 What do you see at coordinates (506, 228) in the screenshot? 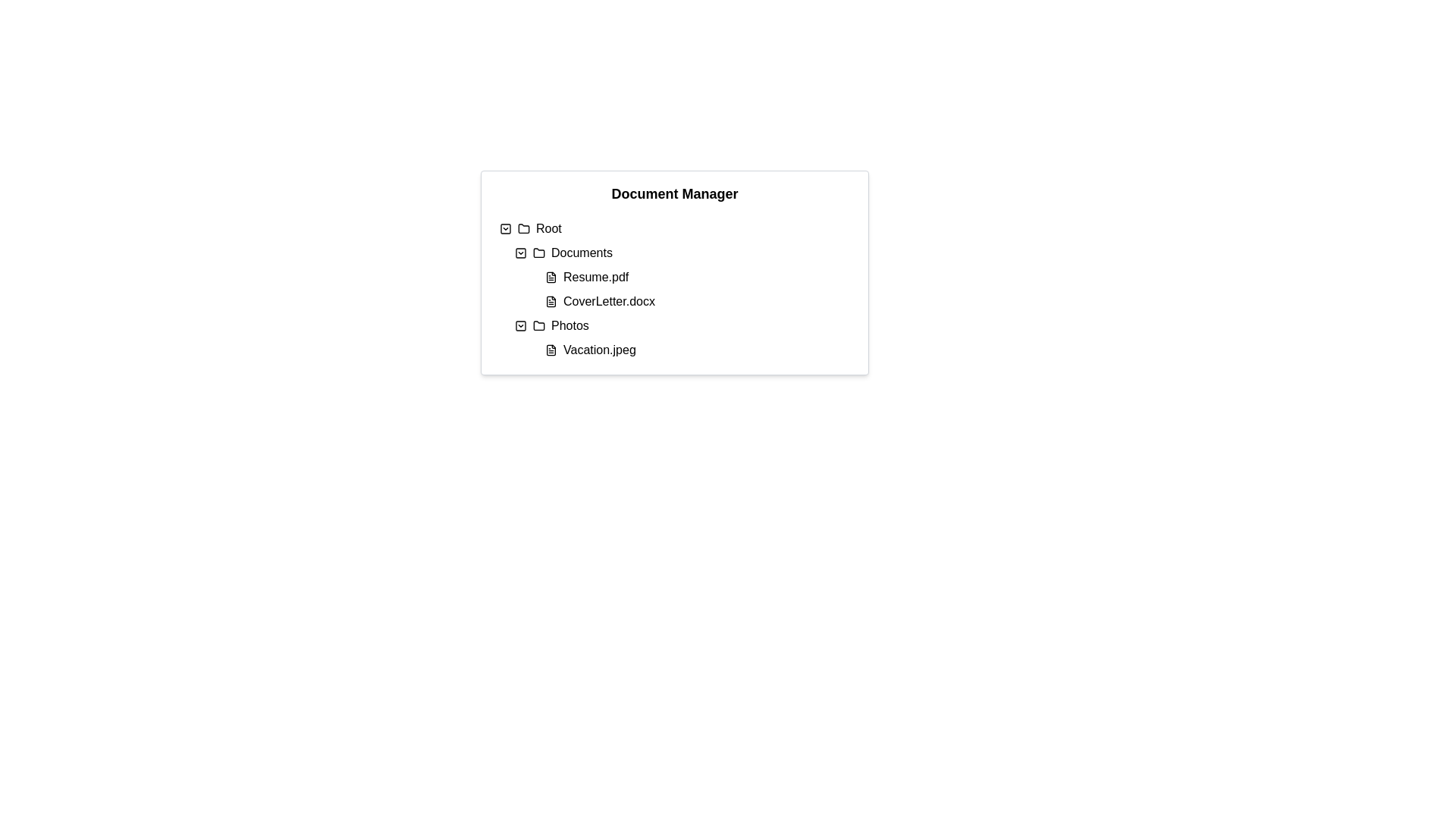
I see `the SVG Shape (Rounded Rectangle) that serves as a graphical representation within an icon next to the 'Root' folder in the hierarchical document menu` at bounding box center [506, 228].